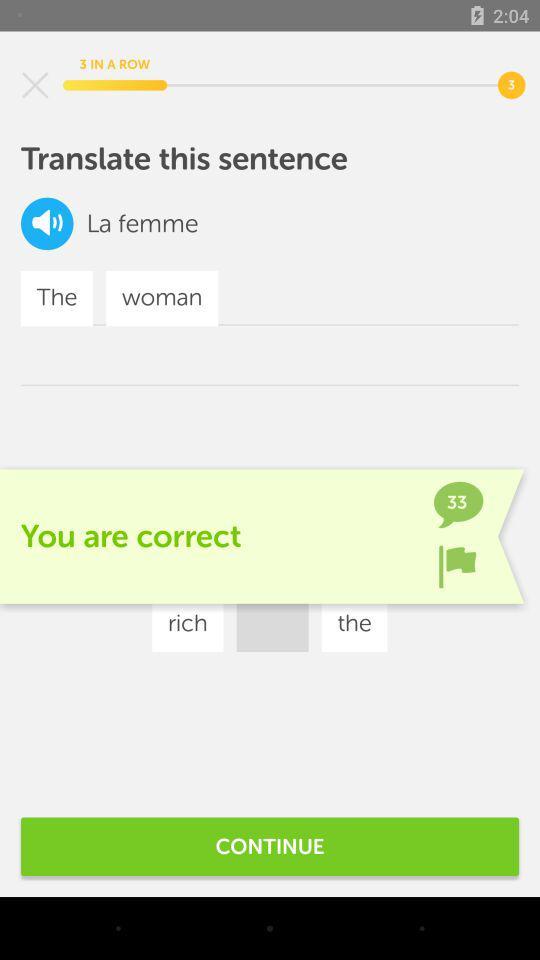  What do you see at coordinates (98, 223) in the screenshot?
I see `icon below the translate this sentence icon` at bounding box center [98, 223].